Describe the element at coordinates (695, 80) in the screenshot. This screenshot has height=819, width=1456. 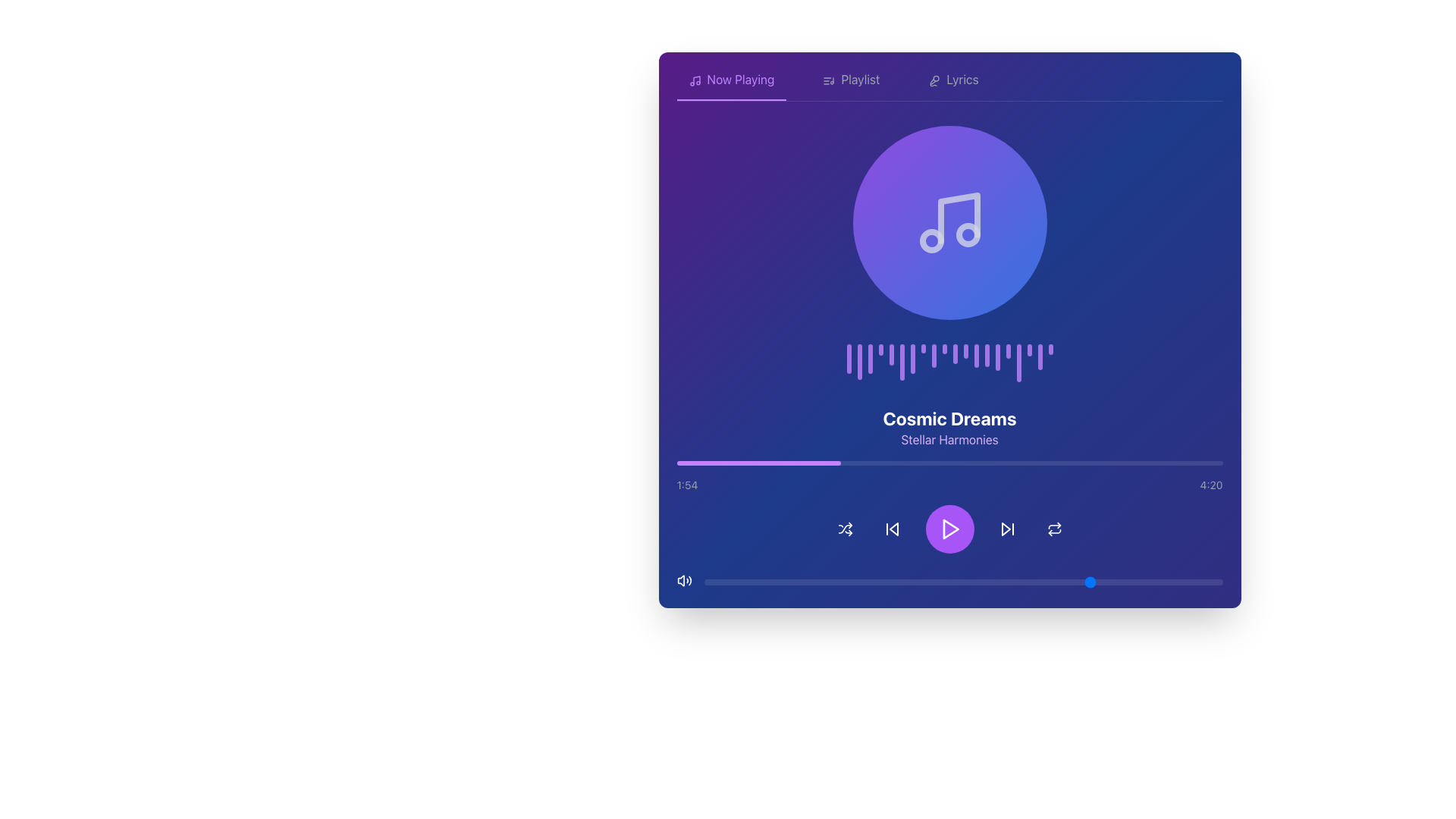
I see `the decorative SVG icon representing the 'Now Playing' section in the top-left corner of the music interface` at that location.